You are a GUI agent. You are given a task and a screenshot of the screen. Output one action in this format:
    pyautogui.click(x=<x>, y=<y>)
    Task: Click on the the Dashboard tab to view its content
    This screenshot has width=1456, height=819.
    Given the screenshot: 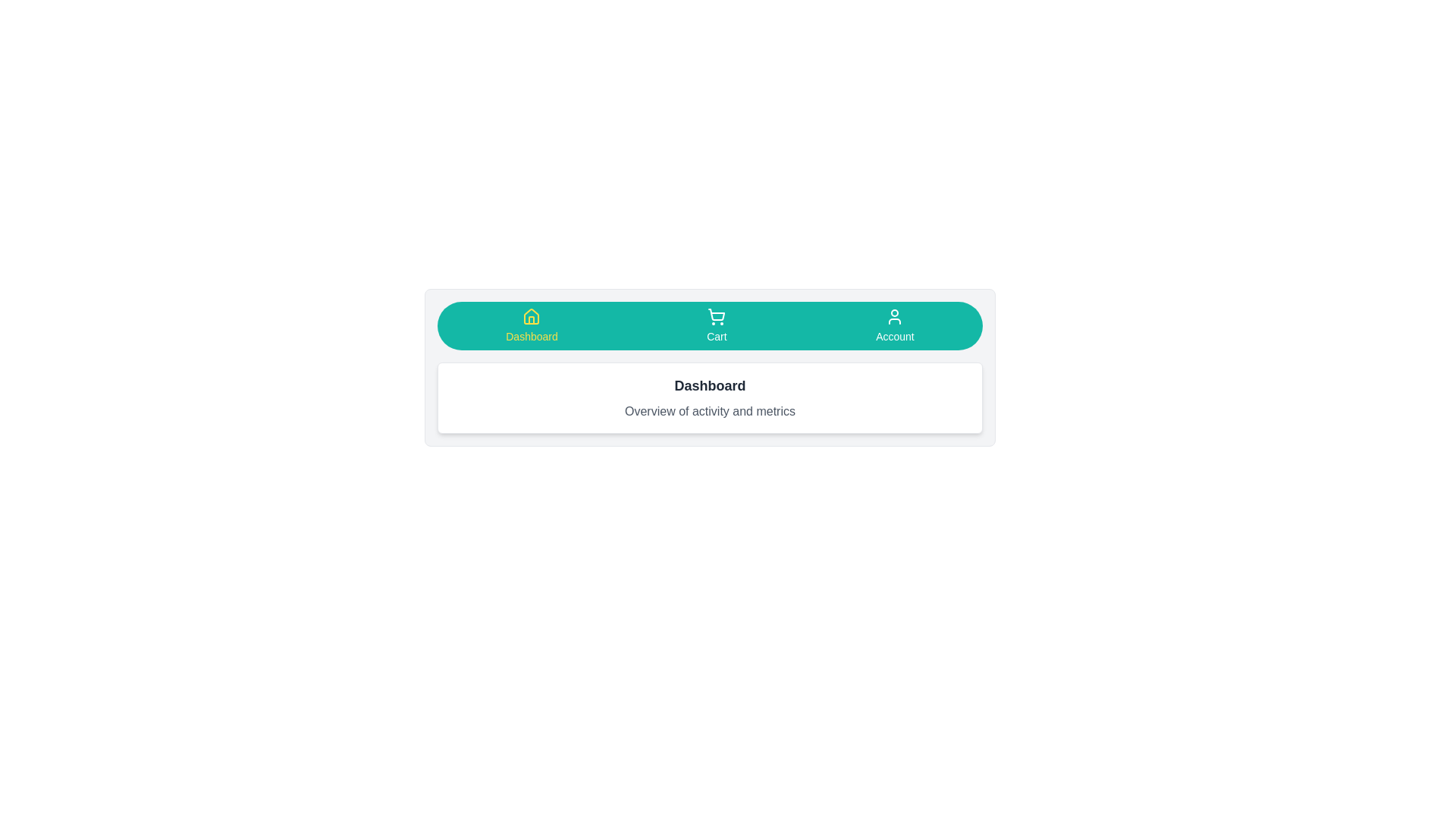 What is the action you would take?
    pyautogui.click(x=532, y=325)
    